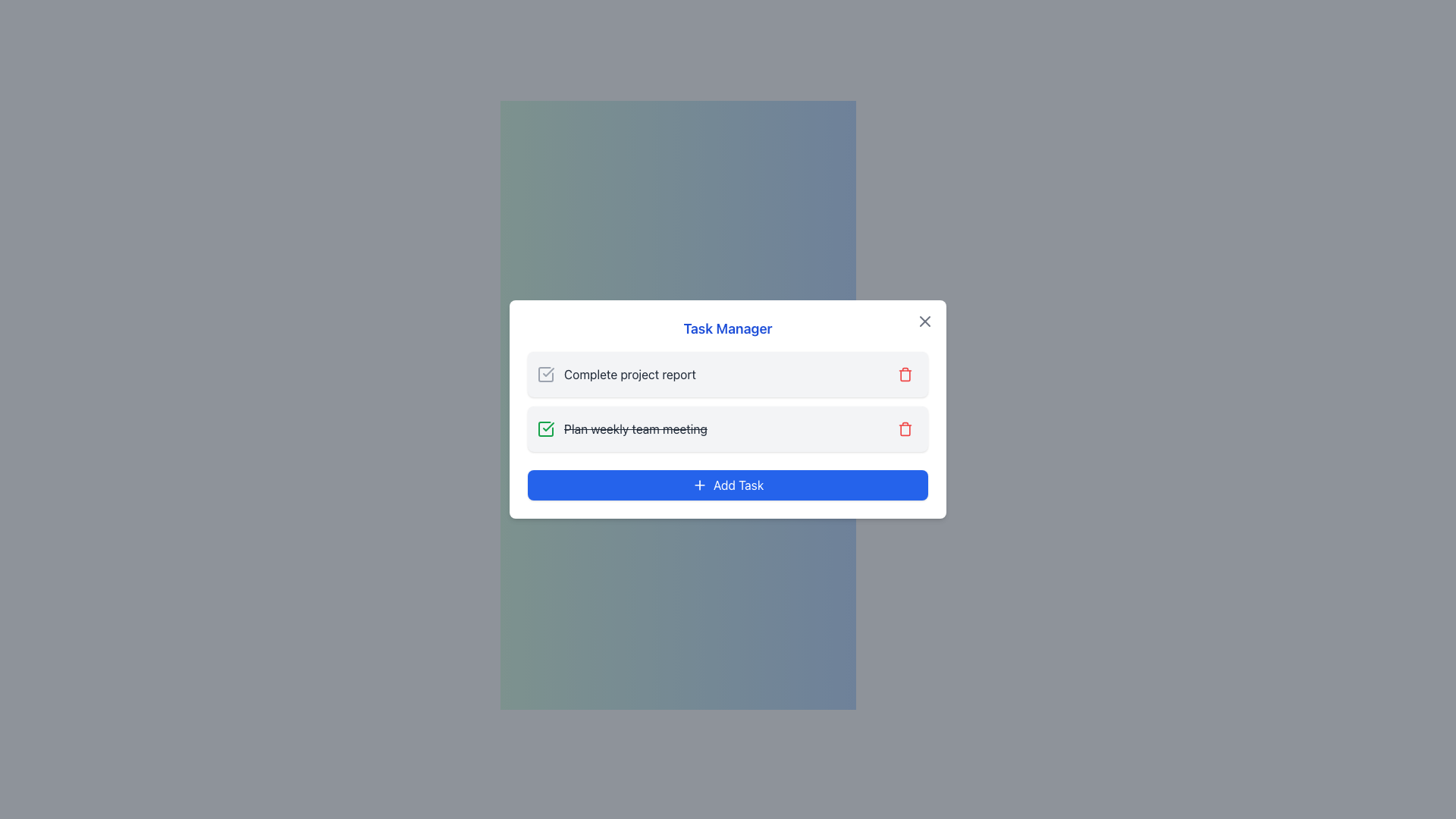 Image resolution: width=1456 pixels, height=819 pixels. Describe the element at coordinates (546, 374) in the screenshot. I see `the checkbox` at that location.